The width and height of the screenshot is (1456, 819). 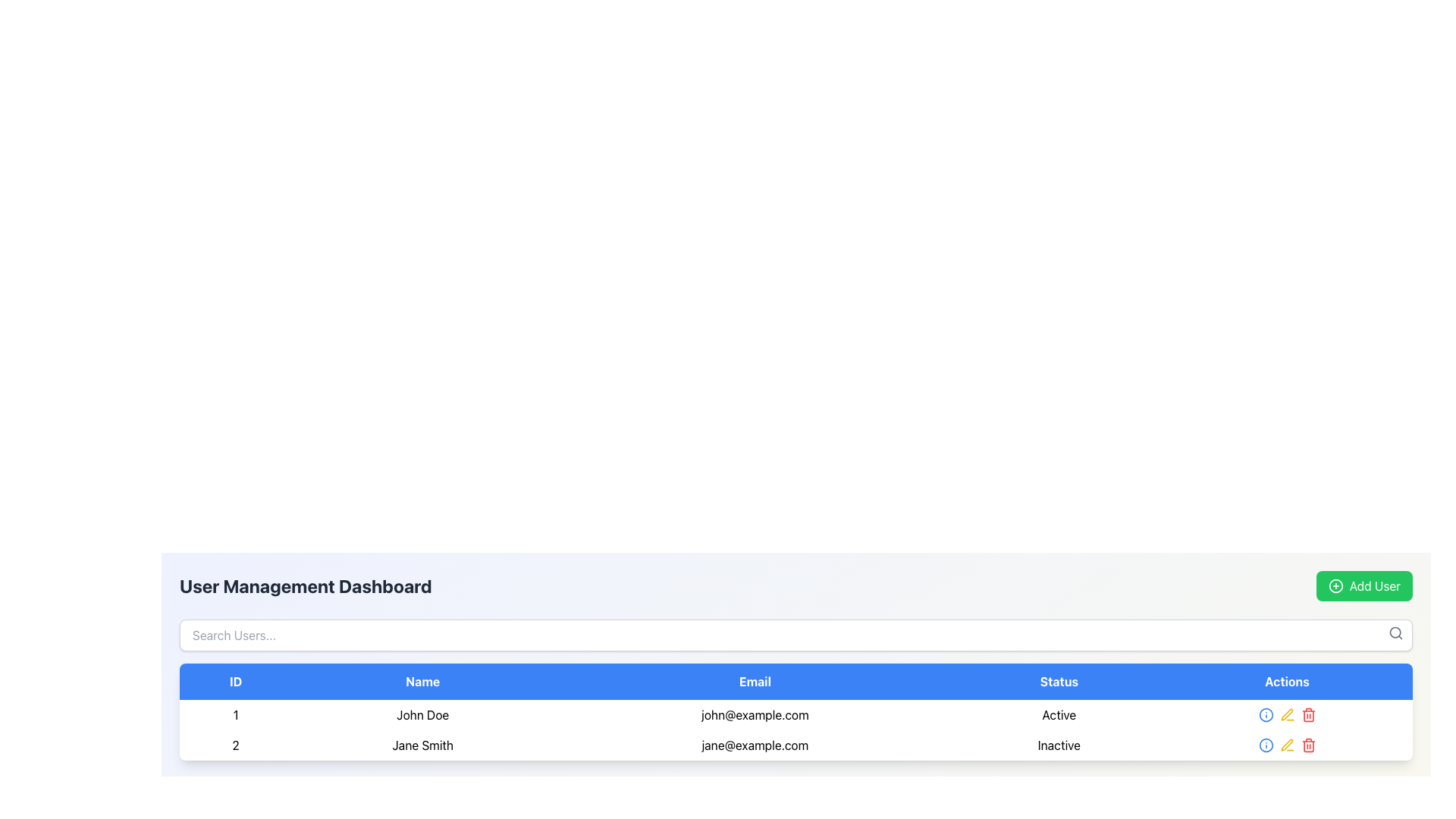 I want to click on the 'Add User' button, which features a green background and white text, located at the top-right corner of the dashboard, containing a central circle within an SVG as part of a plus icon, so click(x=1335, y=585).